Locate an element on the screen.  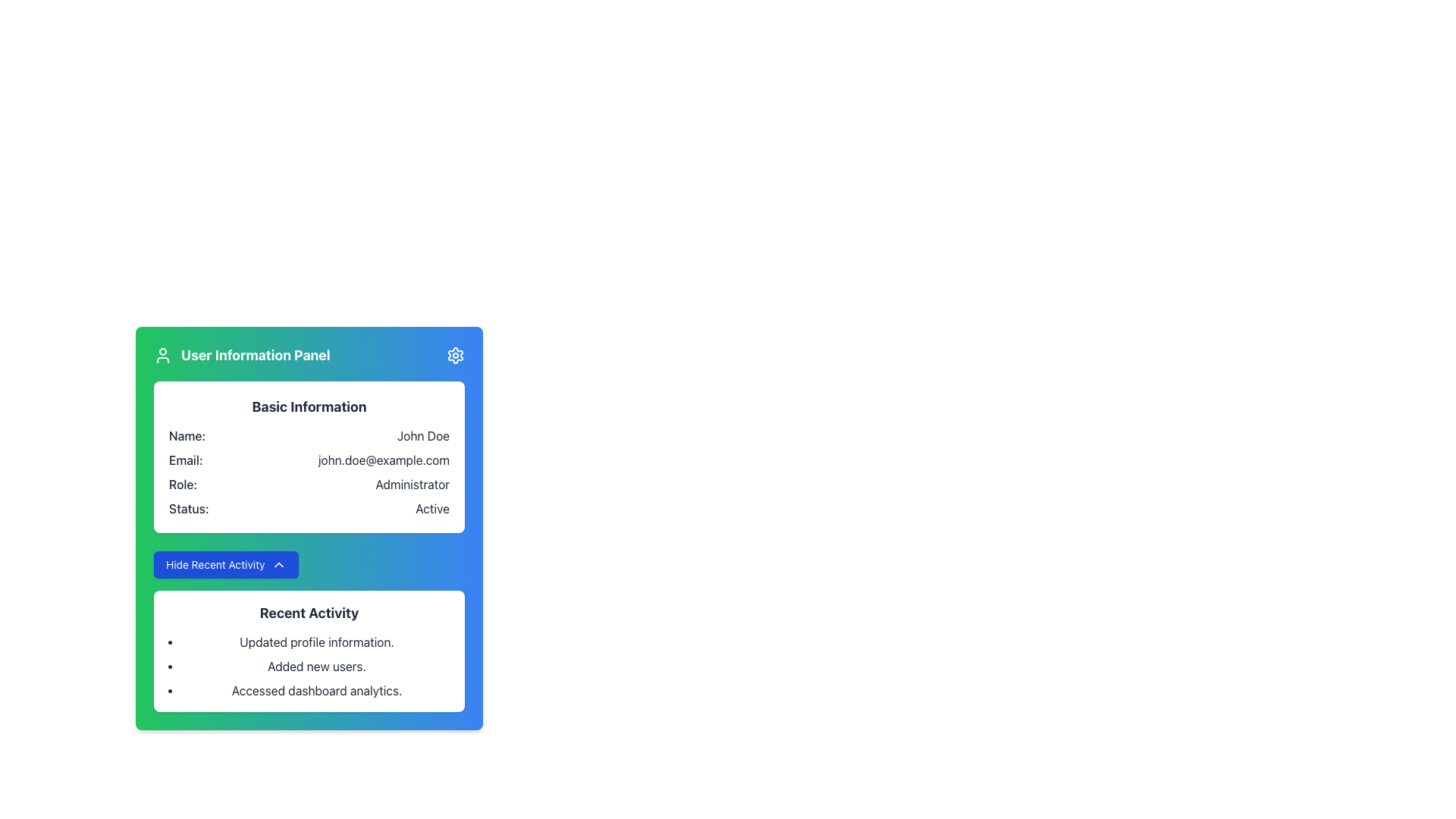
the Information Panel that displays a summary of recent activities, located below the 'Hide Recent Activity' button is located at coordinates (309, 651).